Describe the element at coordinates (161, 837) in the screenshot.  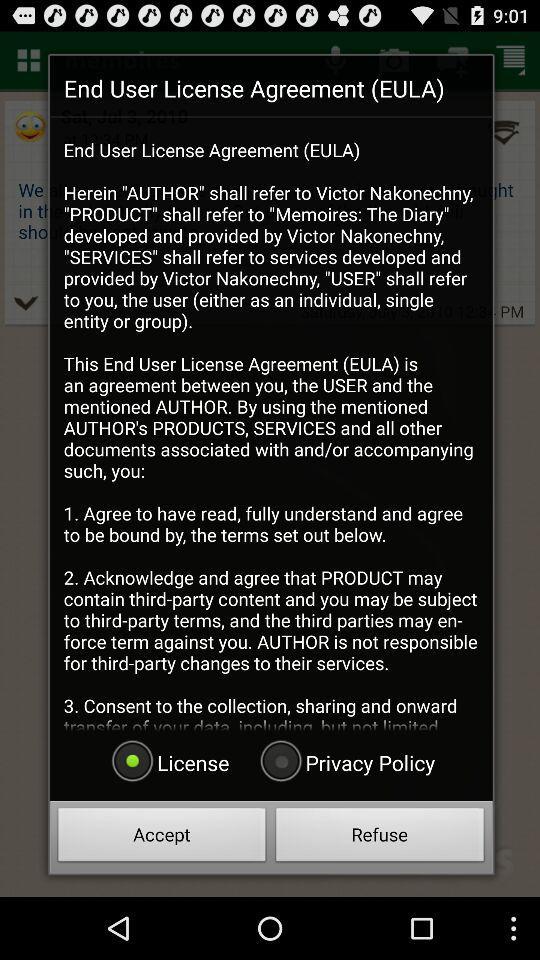
I see `item to the left of the refuse item` at that location.